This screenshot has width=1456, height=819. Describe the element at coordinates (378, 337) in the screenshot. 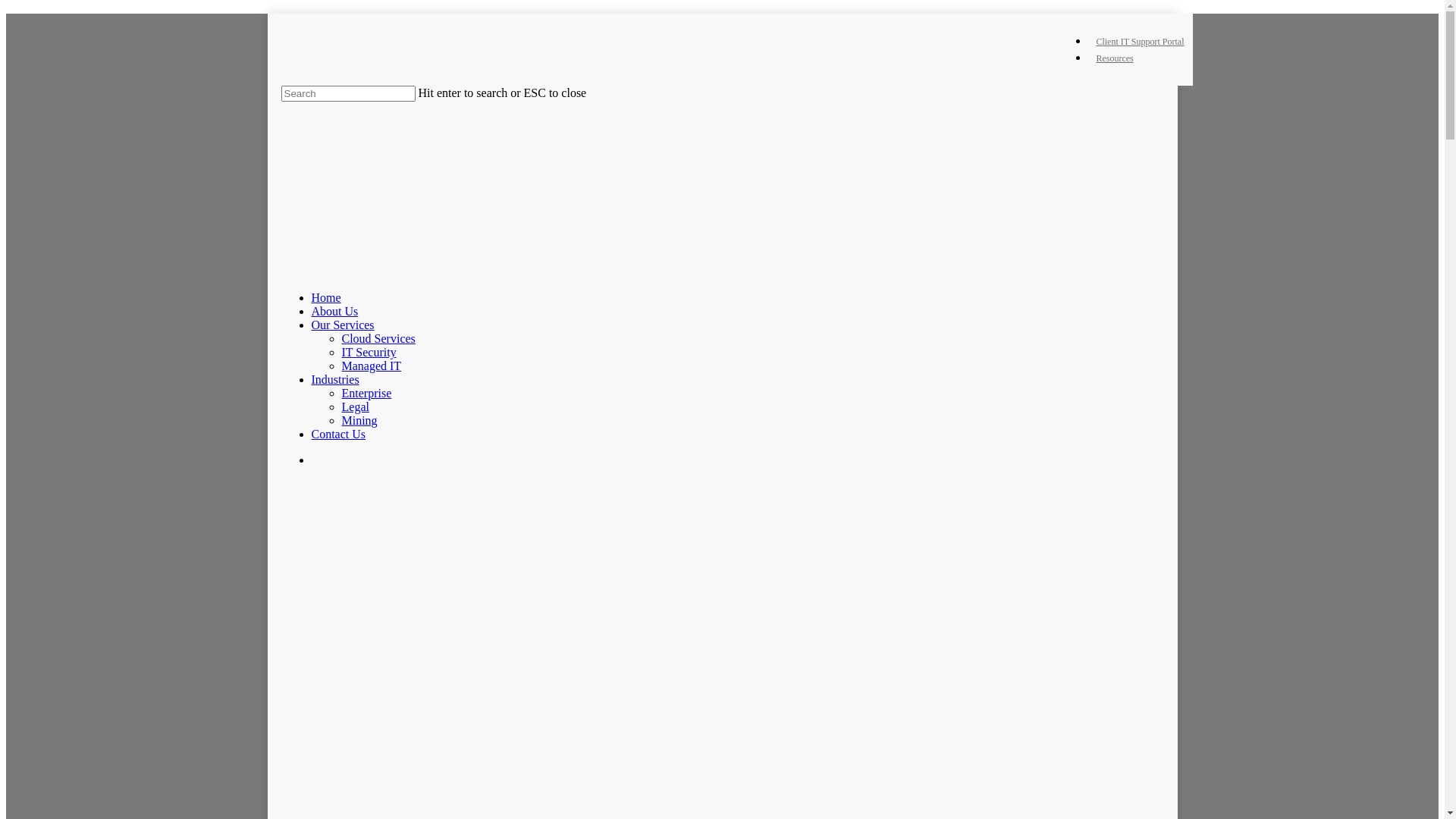

I see `'Cloud Services'` at that location.